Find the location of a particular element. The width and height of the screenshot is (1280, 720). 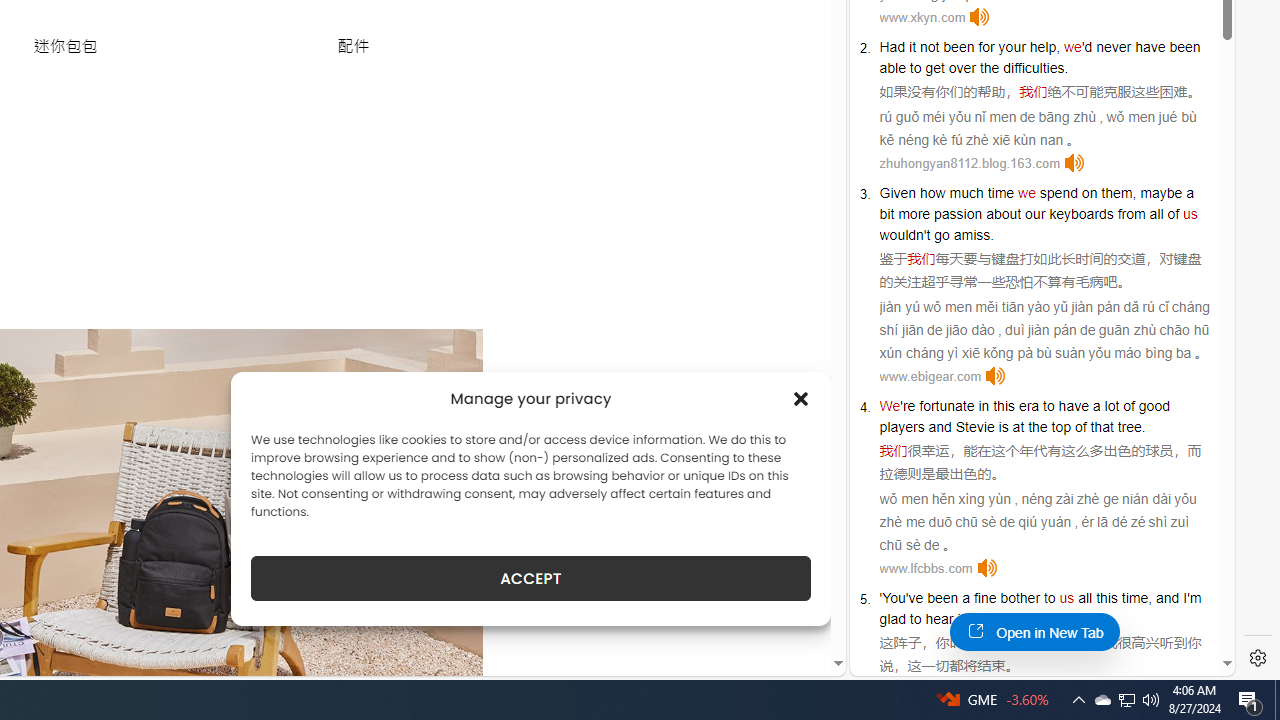

'amiss' is located at coordinates (972, 234).